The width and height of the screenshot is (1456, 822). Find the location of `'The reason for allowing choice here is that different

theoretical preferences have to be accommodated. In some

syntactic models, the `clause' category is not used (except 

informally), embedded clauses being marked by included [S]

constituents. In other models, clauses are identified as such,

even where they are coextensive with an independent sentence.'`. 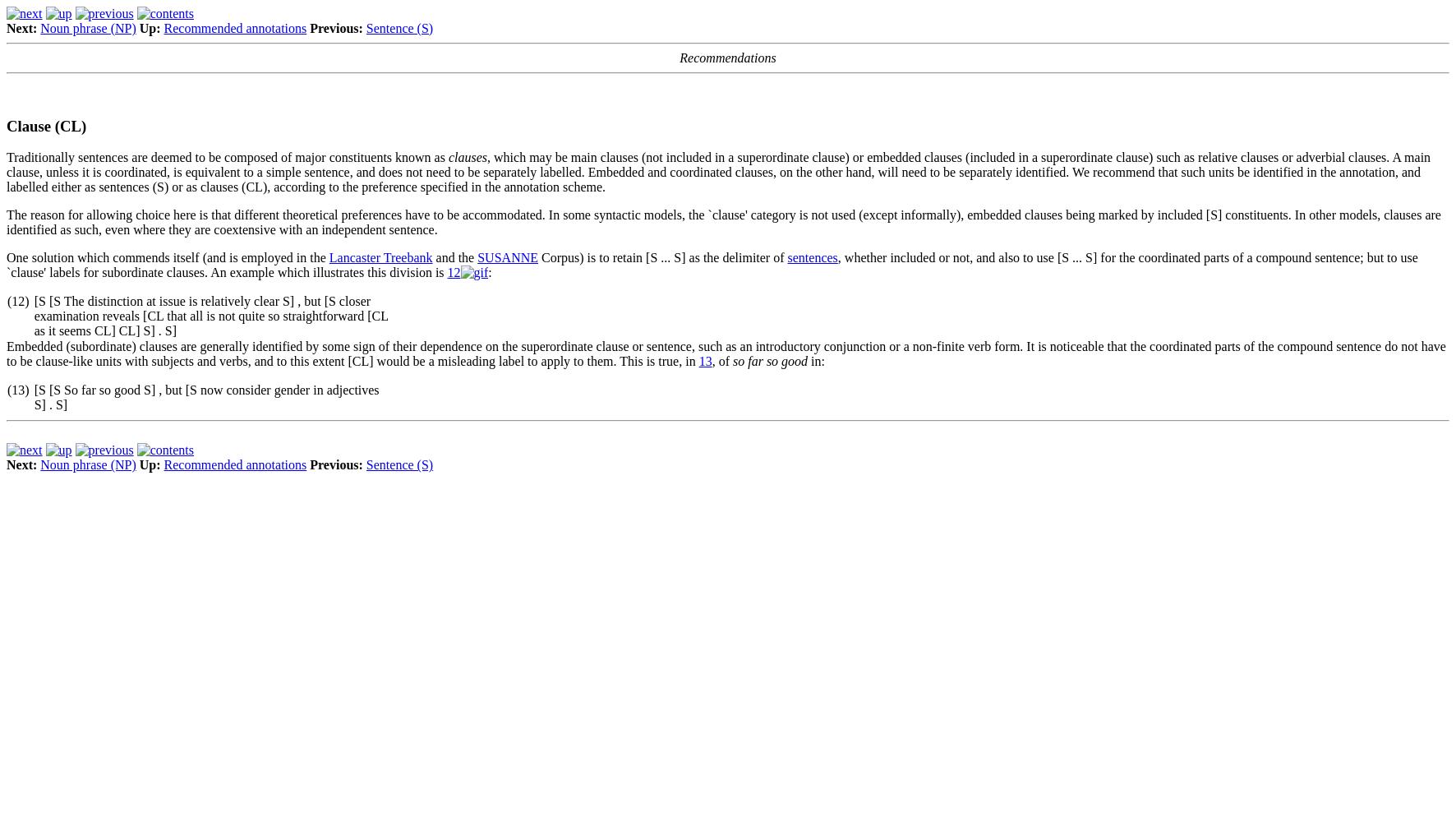

'The reason for allowing choice here is that different

theoretical preferences have to be accommodated. In some

syntactic models, the `clause' category is not used (except 

informally), embedded clauses being marked by included [S]

constituents. In other models, clauses are identified as such,

even where they are coextensive with an independent sentence.' is located at coordinates (723, 222).